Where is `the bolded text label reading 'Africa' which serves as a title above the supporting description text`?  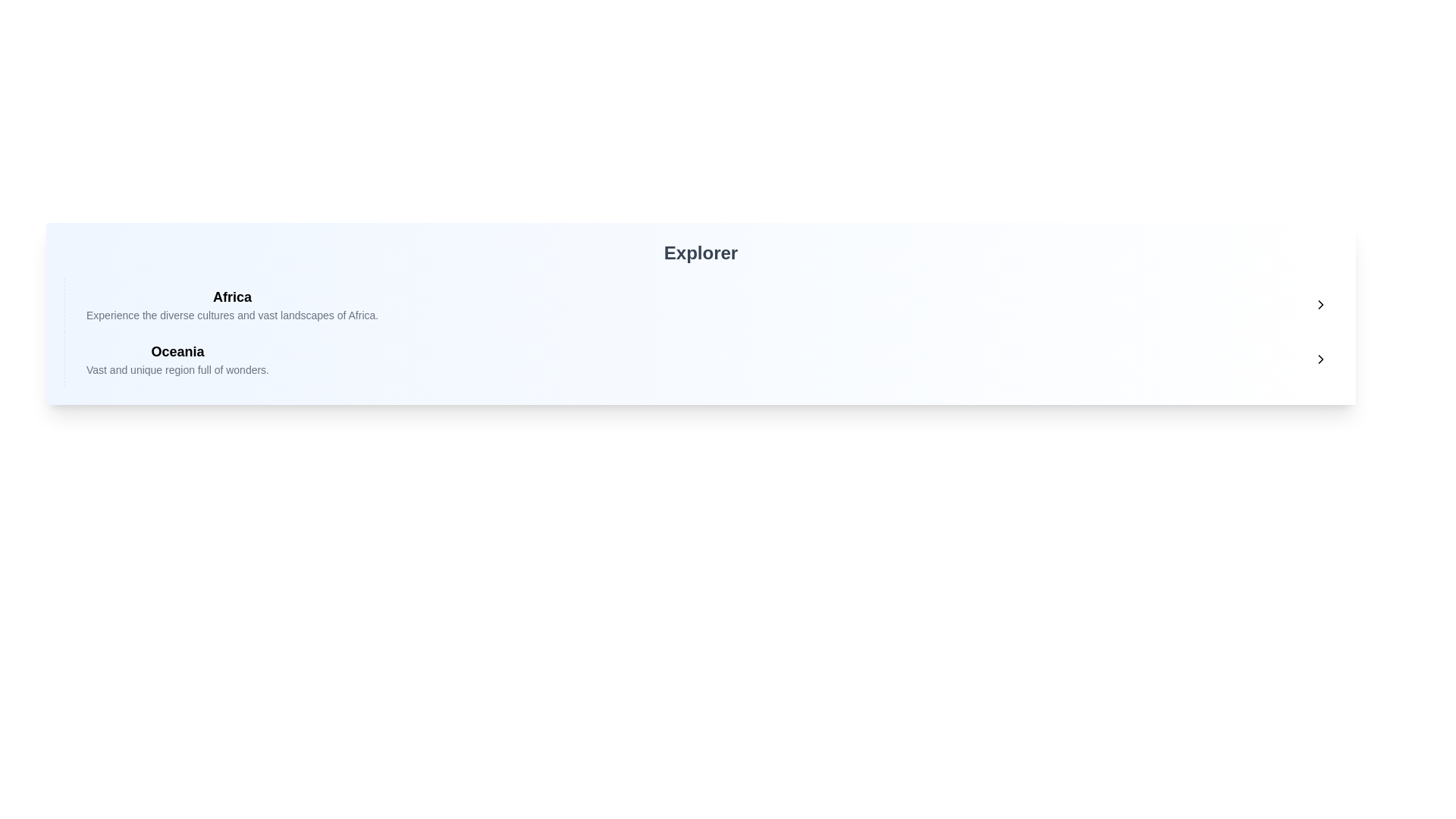 the bolded text label reading 'Africa' which serves as a title above the supporting description text is located at coordinates (231, 297).